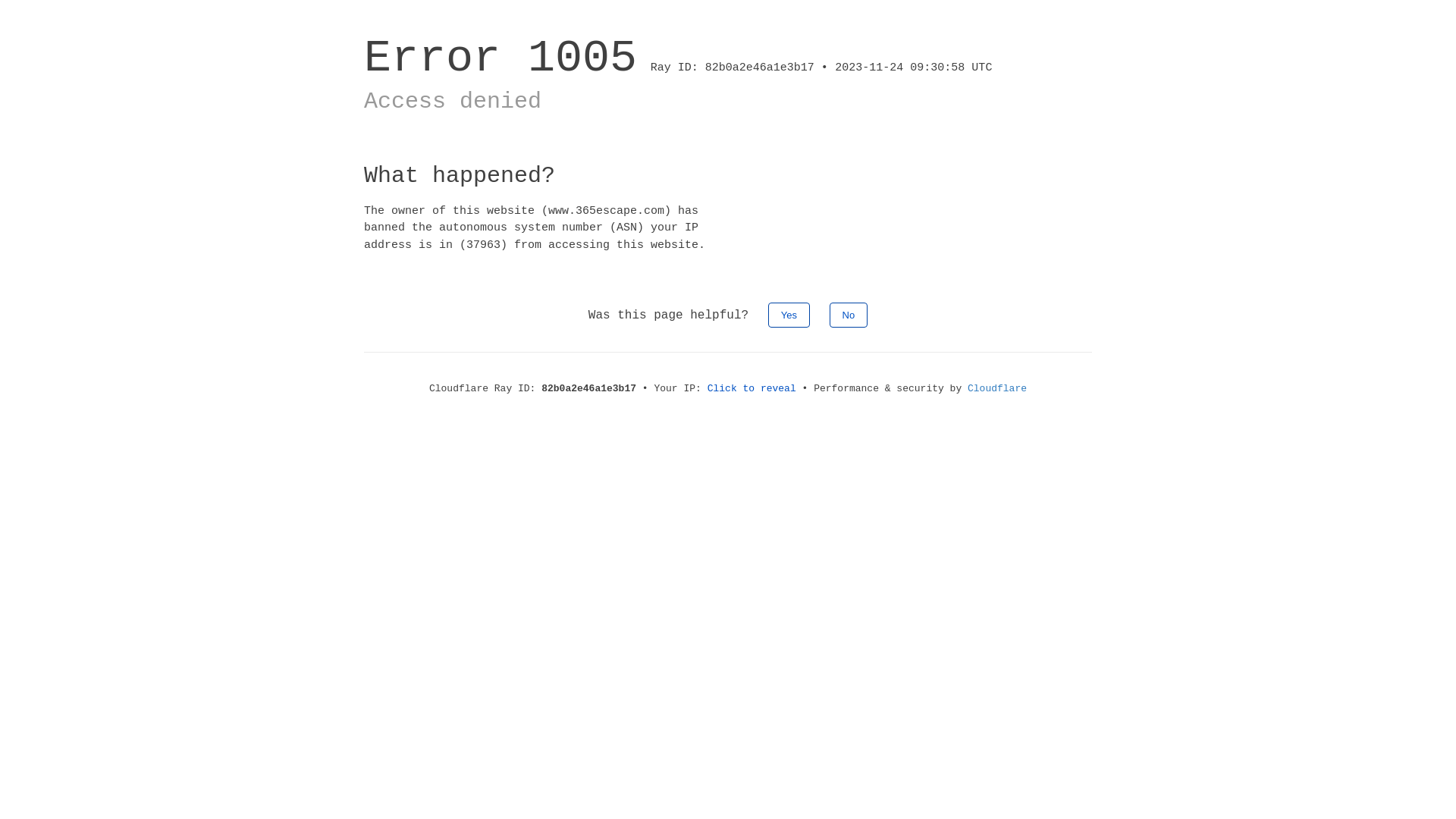 The height and width of the screenshot is (819, 1456). I want to click on 'Cloudflare', so click(997, 388).